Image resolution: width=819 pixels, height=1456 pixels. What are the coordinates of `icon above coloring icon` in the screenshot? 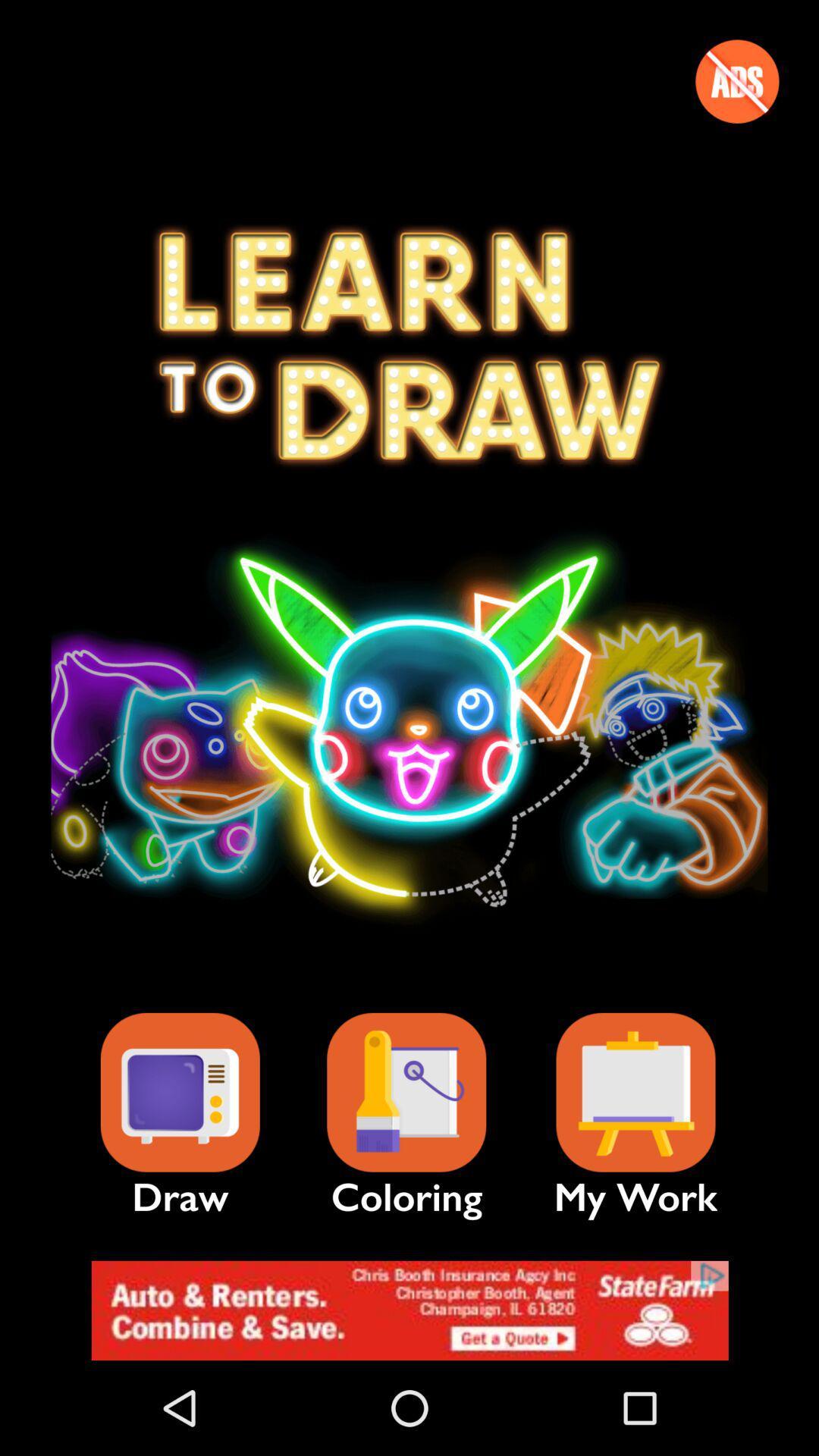 It's located at (406, 1093).